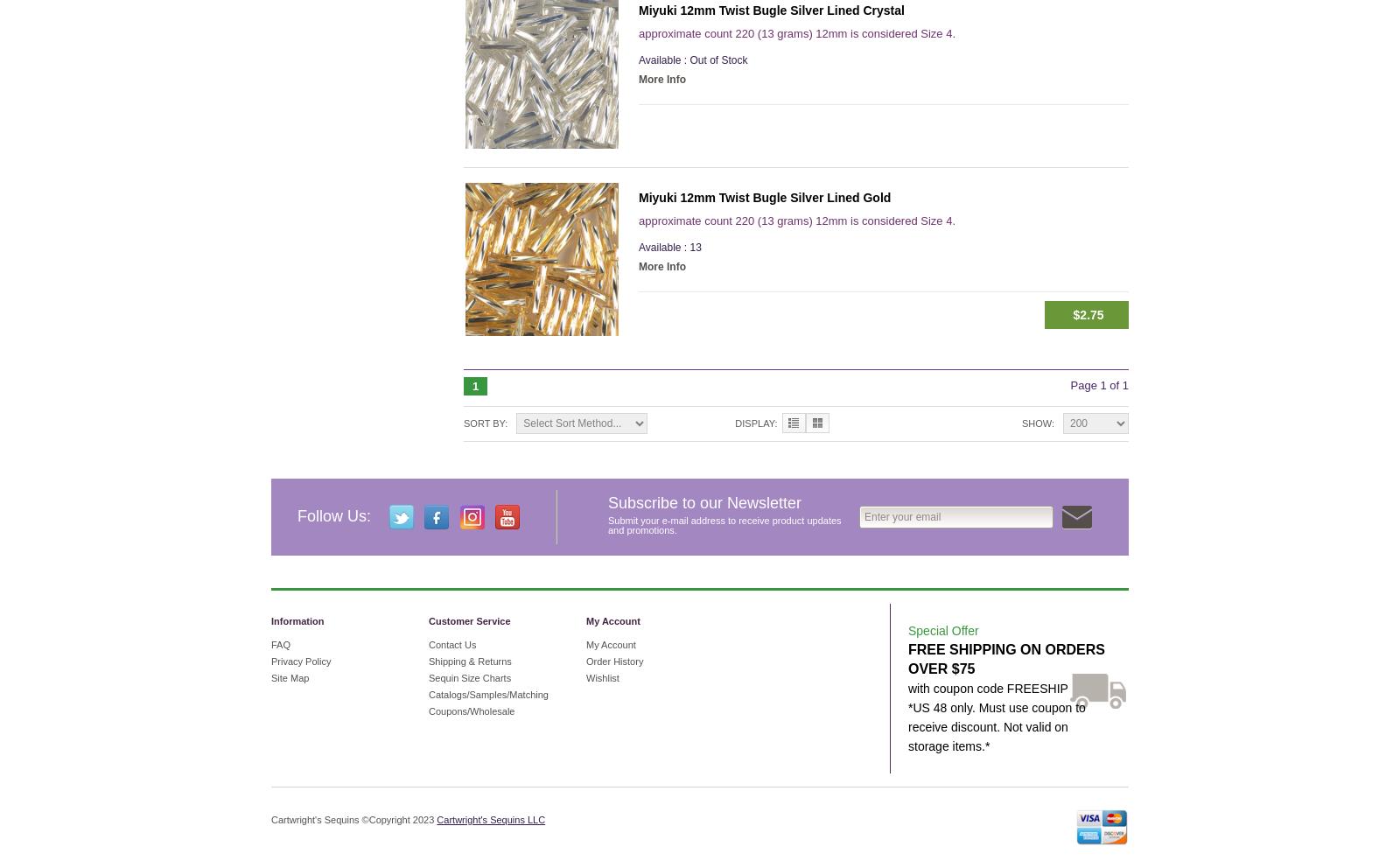 This screenshot has height=861, width=1400. Describe the element at coordinates (280, 645) in the screenshot. I see `'FAQ'` at that location.